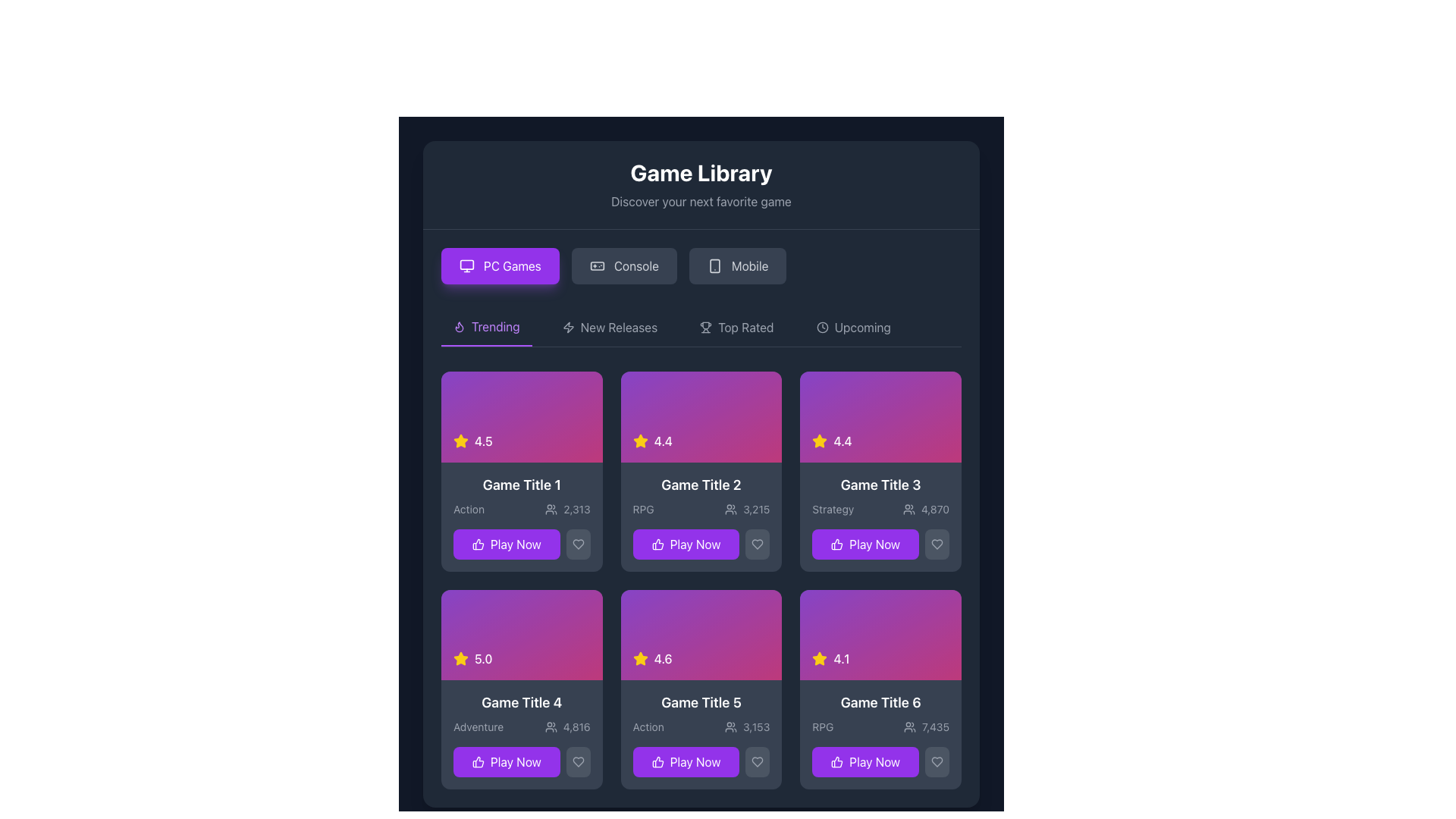 This screenshot has height=819, width=1456. What do you see at coordinates (685, 762) in the screenshot?
I see `the 'Play Now' button located in the bottom-right corner of the 'Game Title 5' card to initiate gameplay` at bounding box center [685, 762].